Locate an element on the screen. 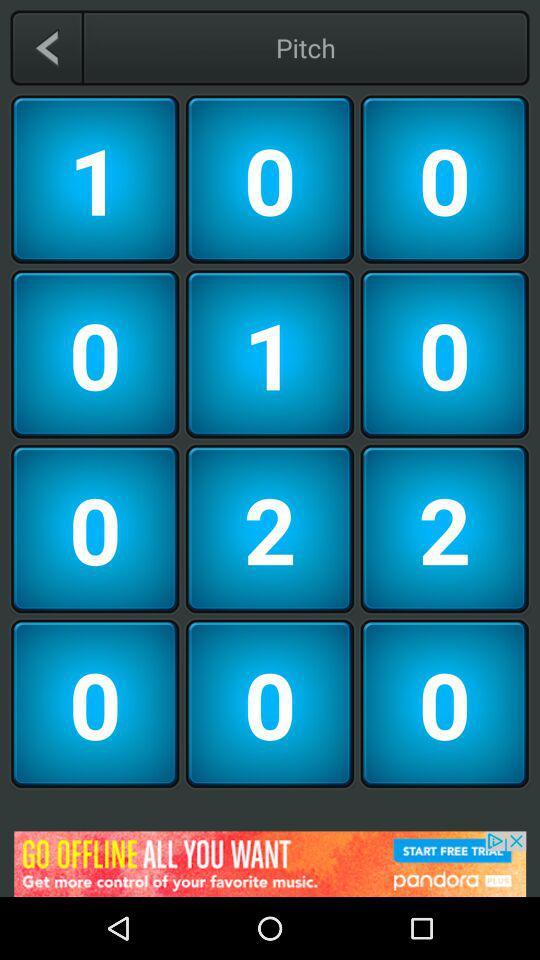 This screenshot has width=540, height=960. advertisement is located at coordinates (270, 863).